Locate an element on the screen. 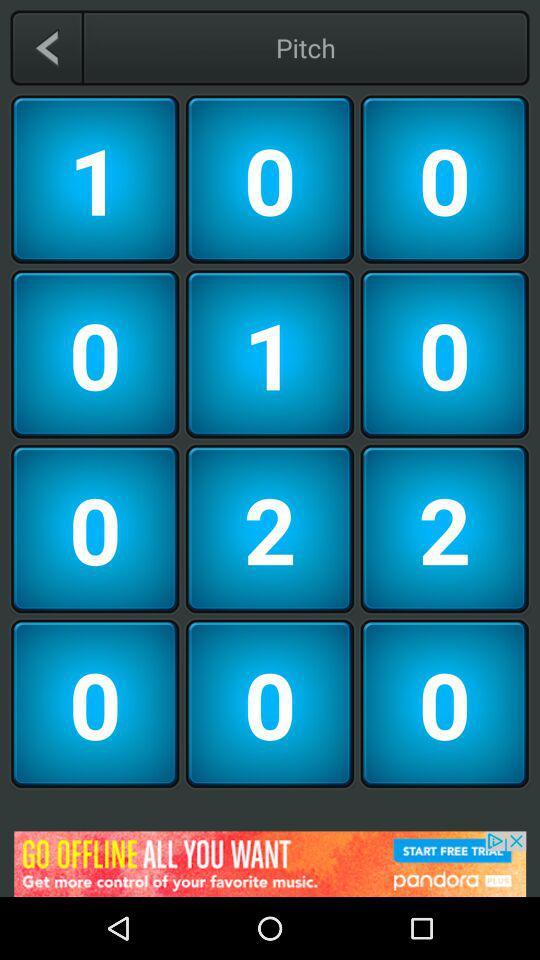 This screenshot has width=540, height=960. advertisement is located at coordinates (270, 863).